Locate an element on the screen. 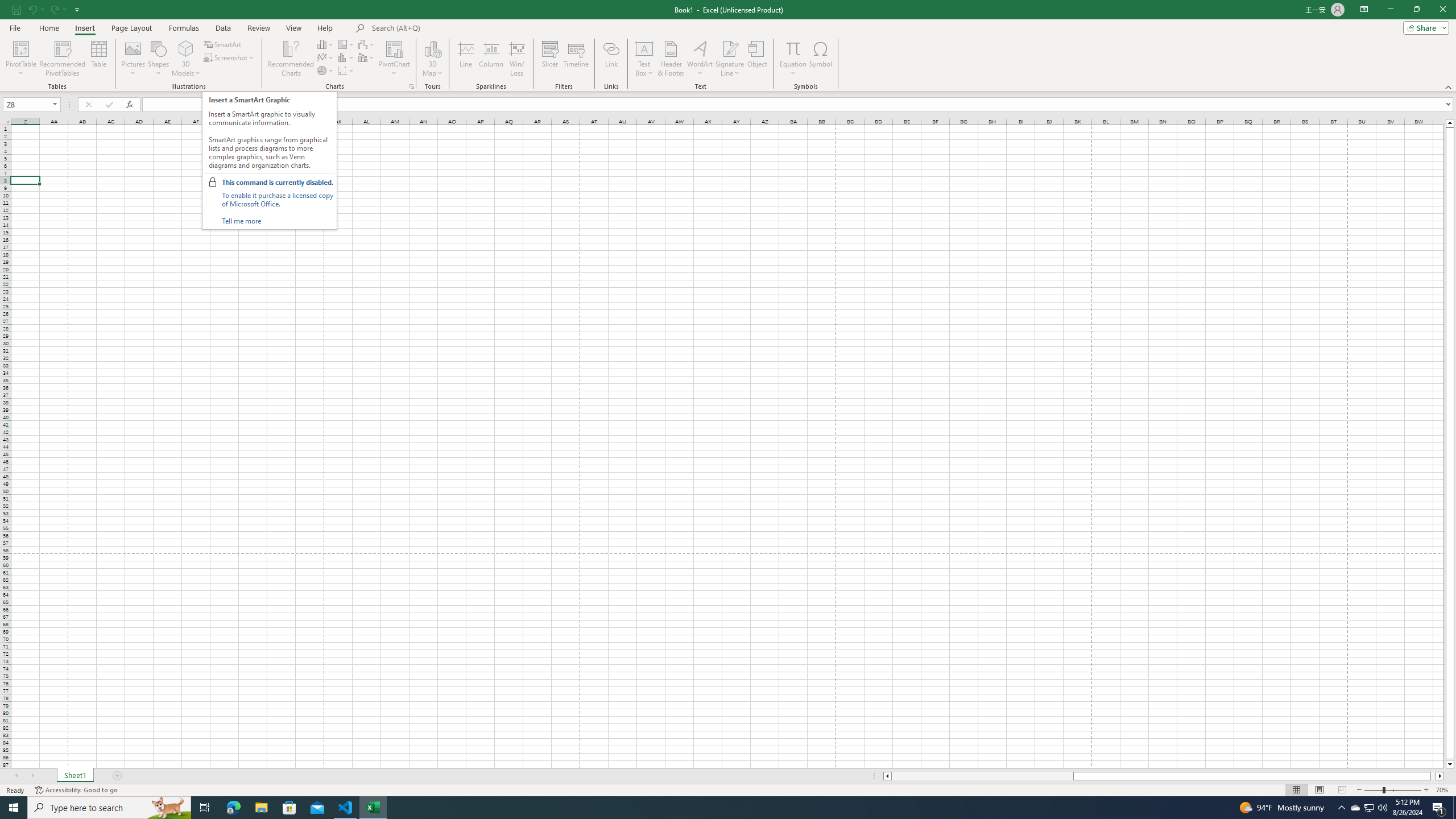 The width and height of the screenshot is (1456, 819). 'PivotTable' is located at coordinates (20, 48).